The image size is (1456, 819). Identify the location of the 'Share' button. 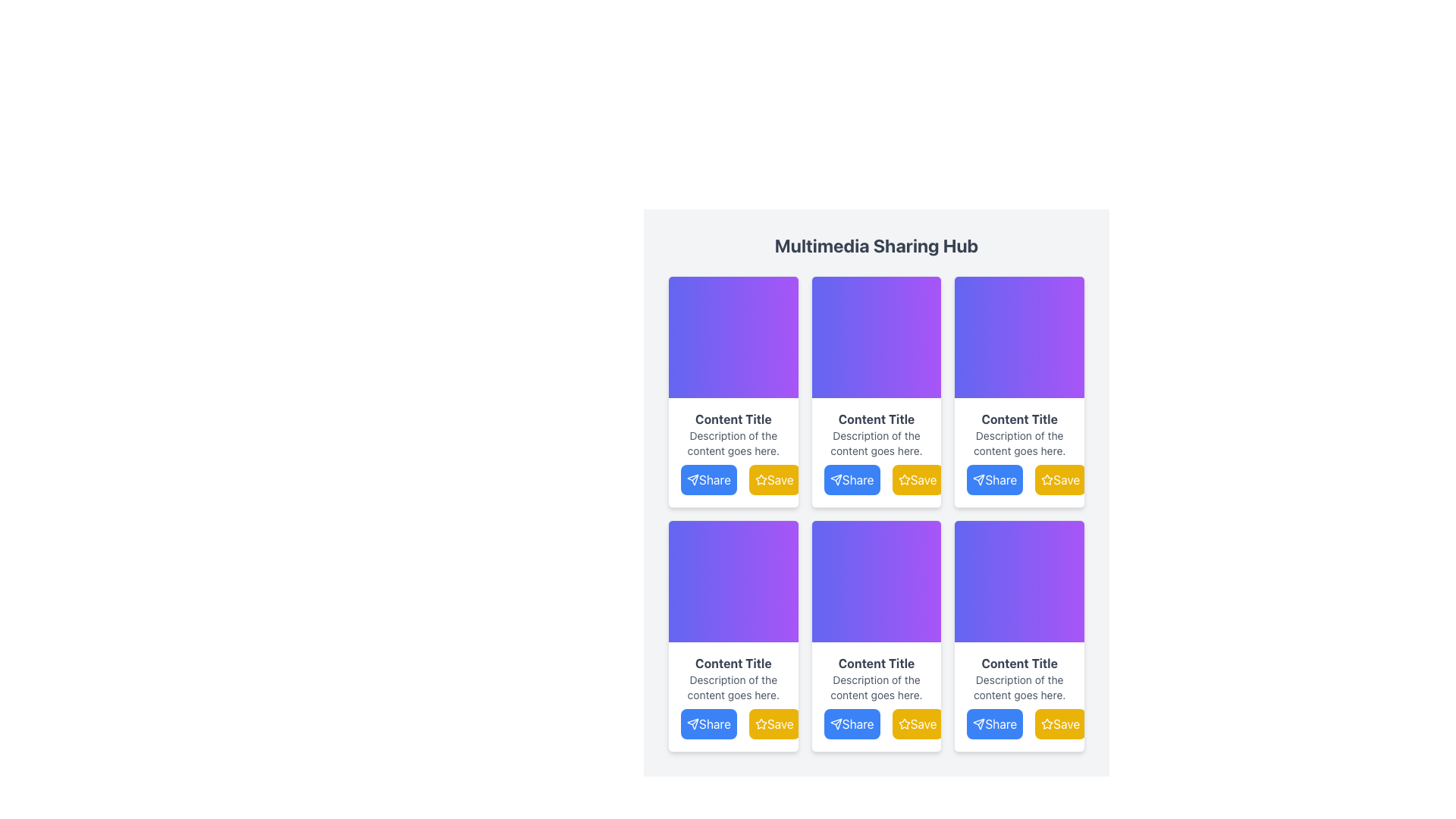
(995, 723).